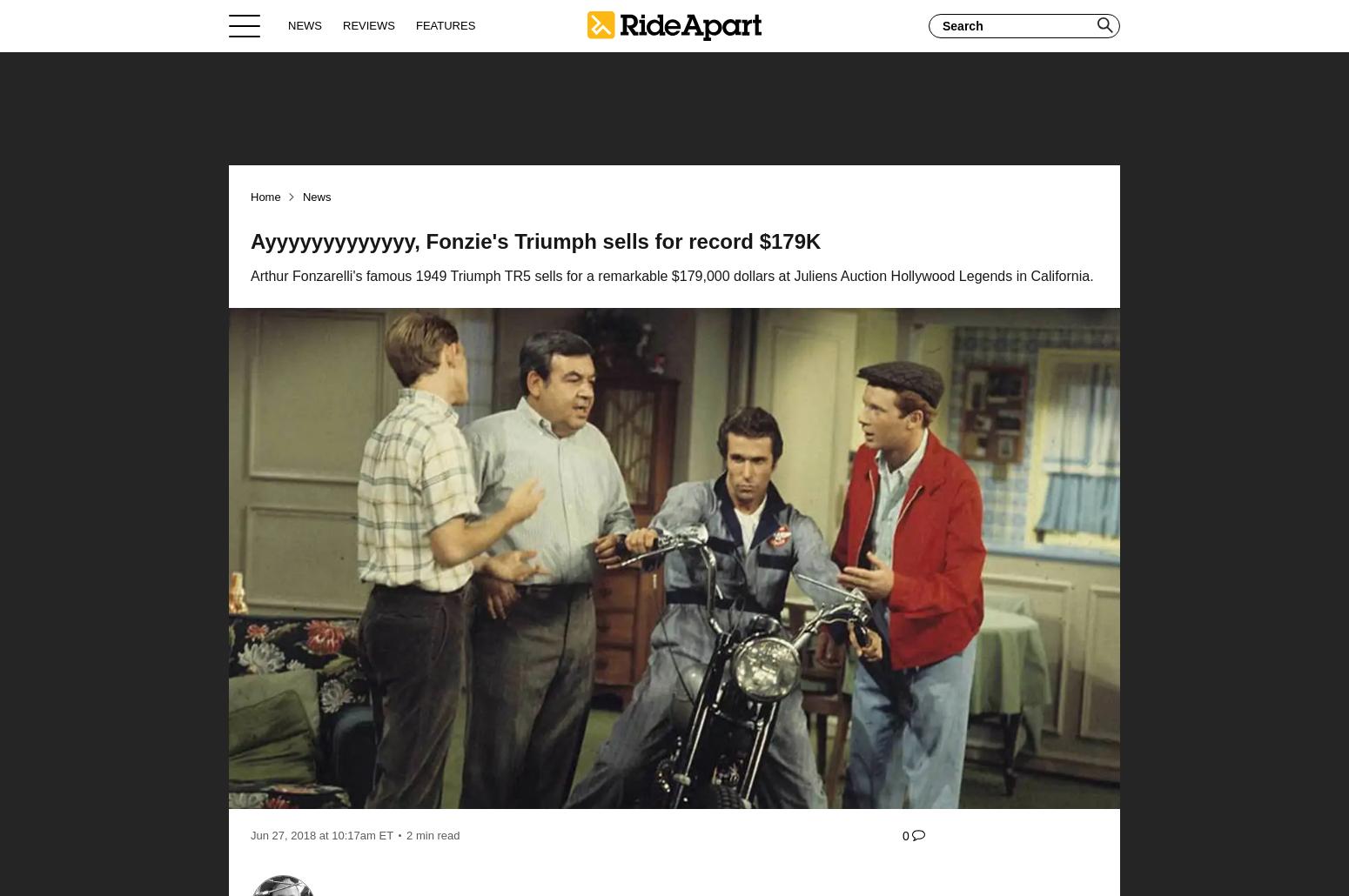 This screenshot has height=896, width=1349. What do you see at coordinates (432, 833) in the screenshot?
I see `'2 min read'` at bounding box center [432, 833].